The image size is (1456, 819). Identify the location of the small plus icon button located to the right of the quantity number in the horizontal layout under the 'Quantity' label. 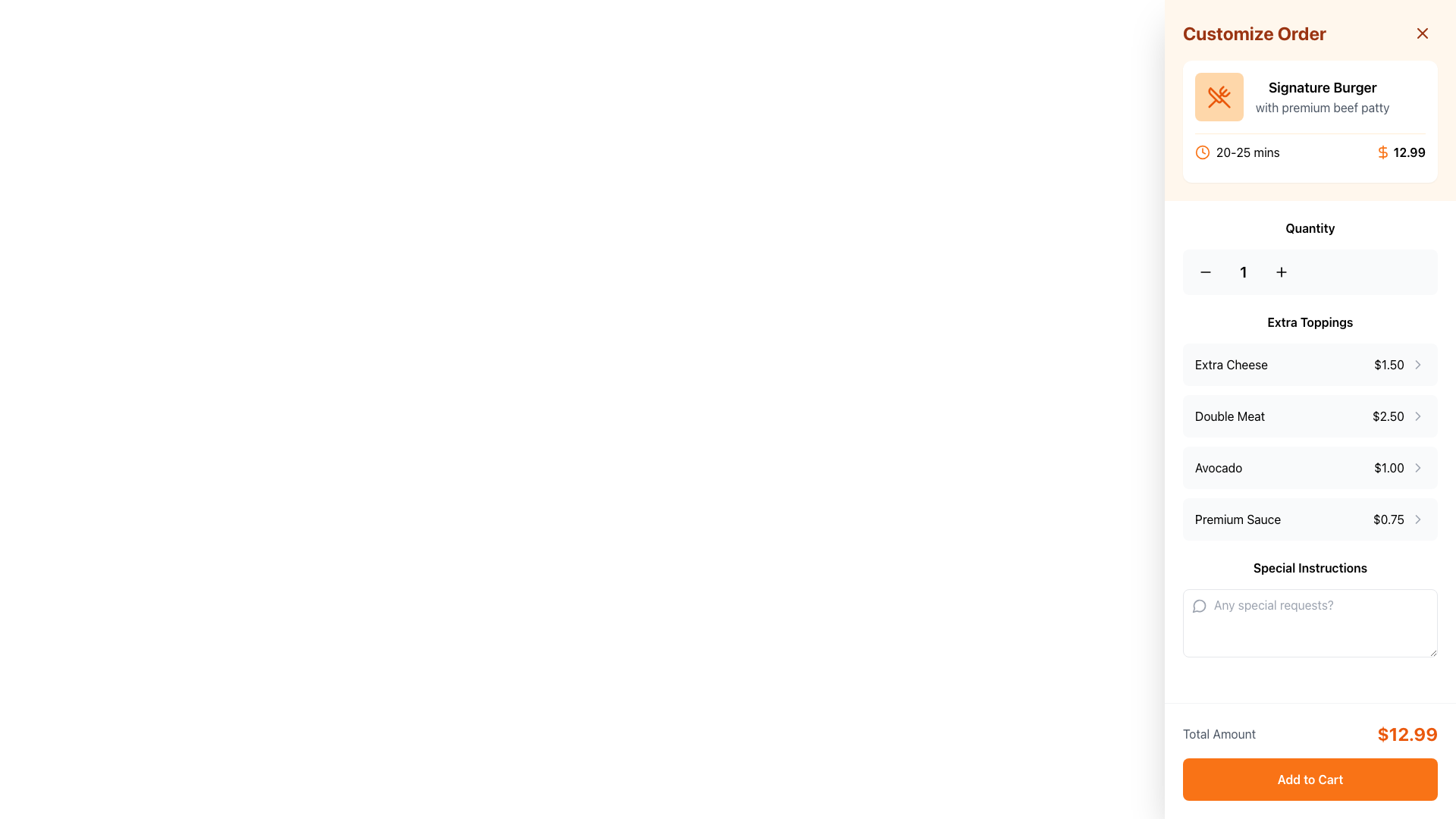
(1280, 271).